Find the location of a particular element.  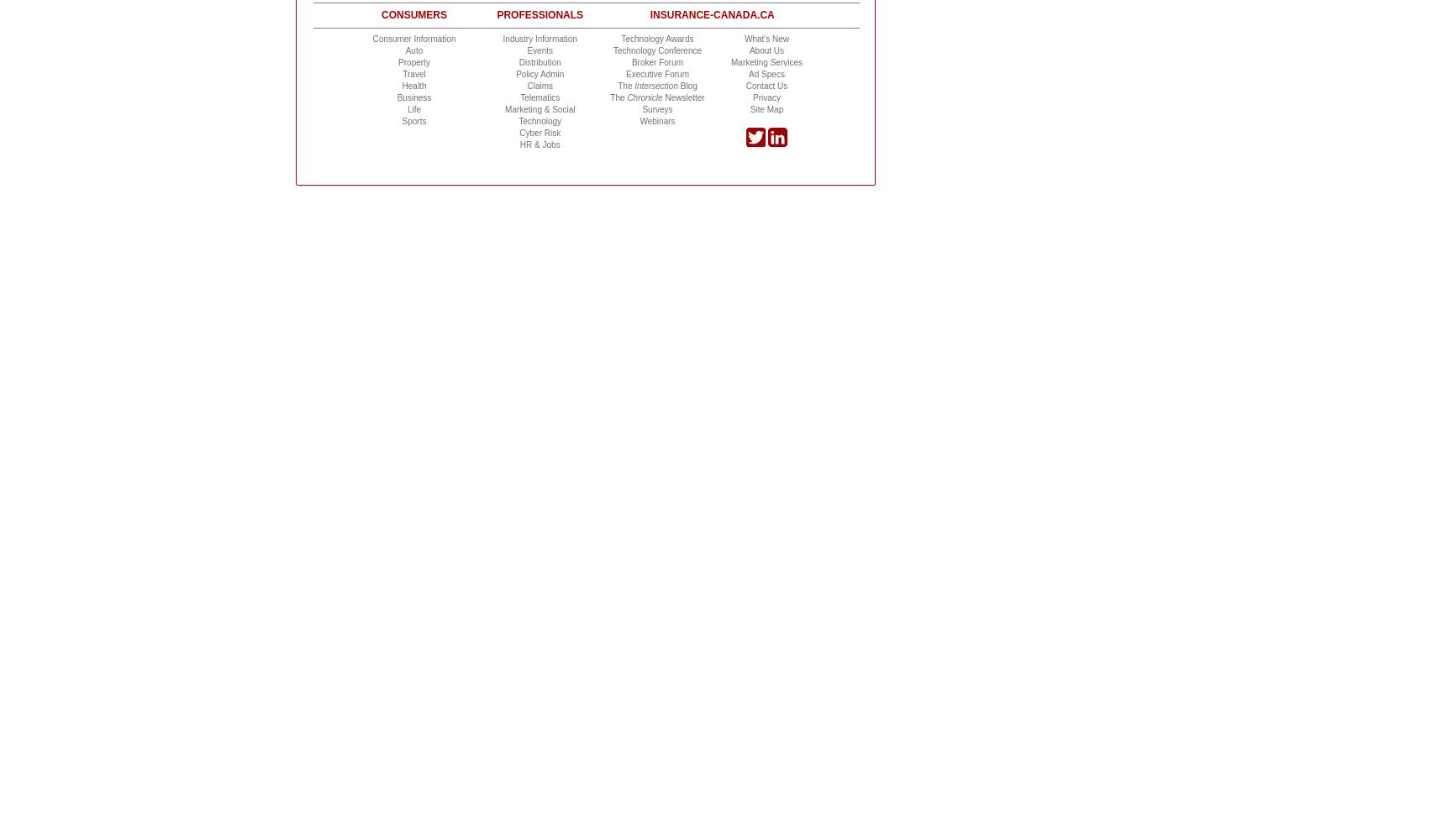

'Events' is located at coordinates (539, 50).